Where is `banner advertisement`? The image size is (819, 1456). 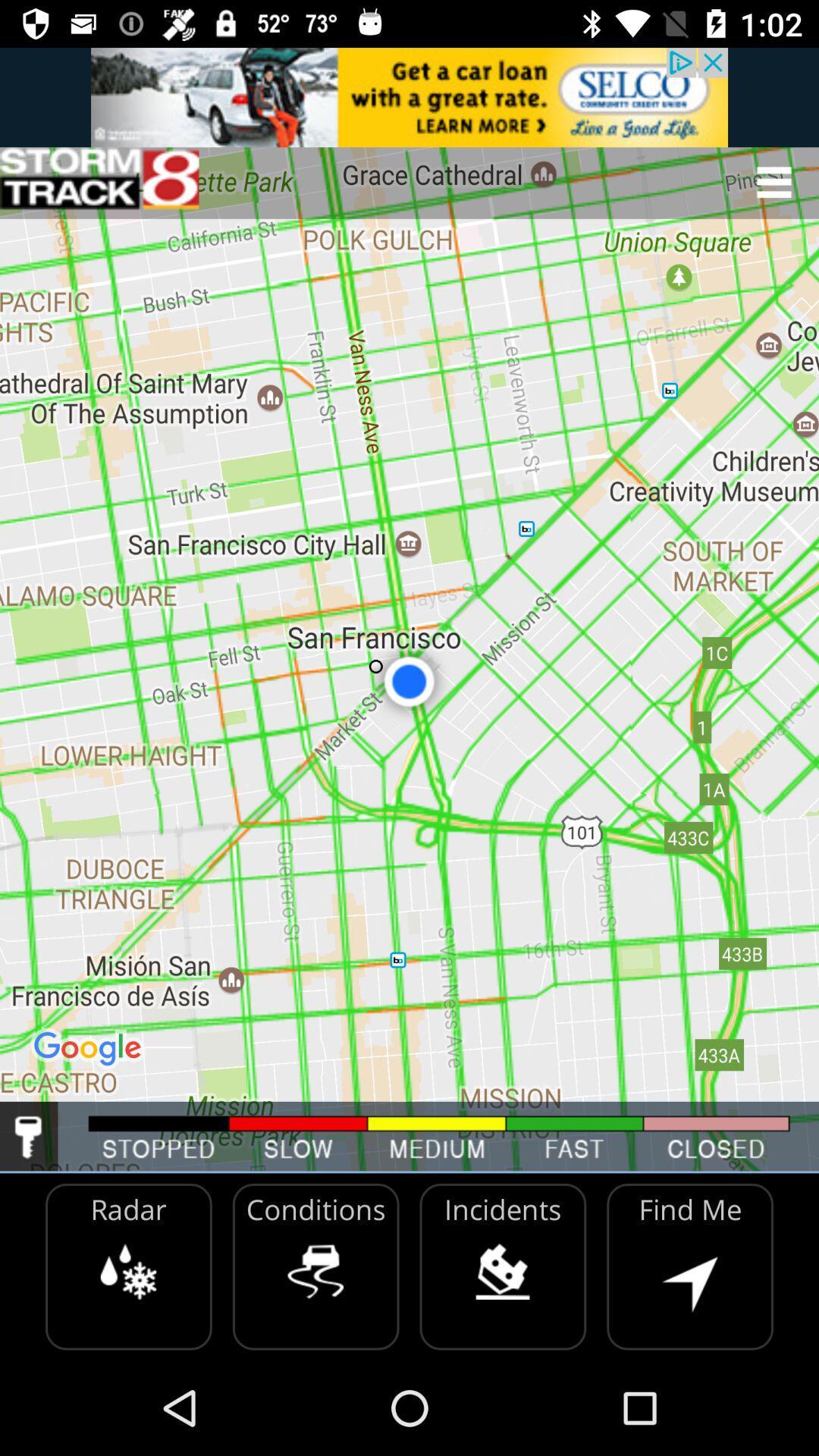 banner advertisement is located at coordinates (409, 96).